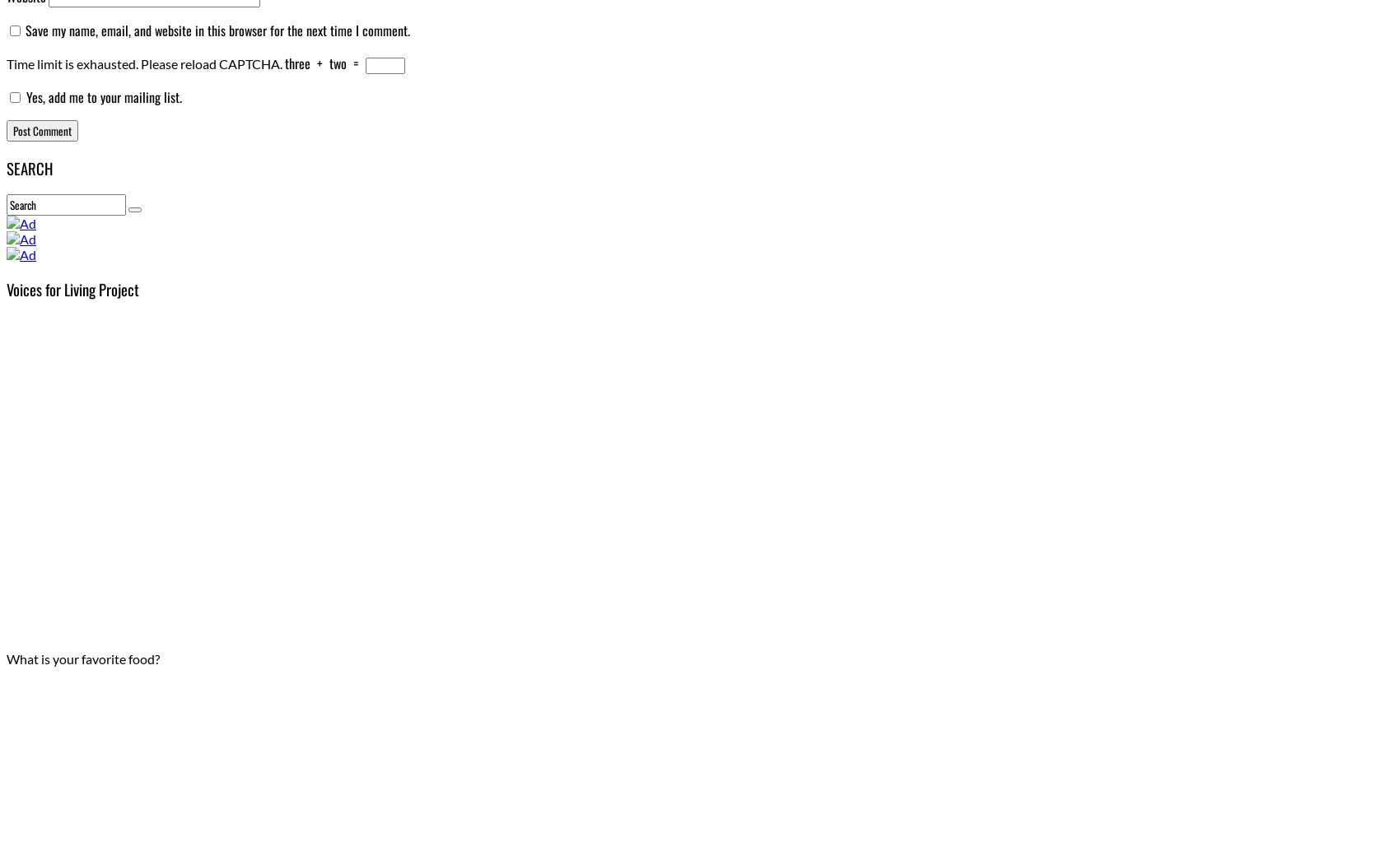 Image resolution: width=1400 pixels, height=856 pixels. I want to click on '+', so click(312, 62).